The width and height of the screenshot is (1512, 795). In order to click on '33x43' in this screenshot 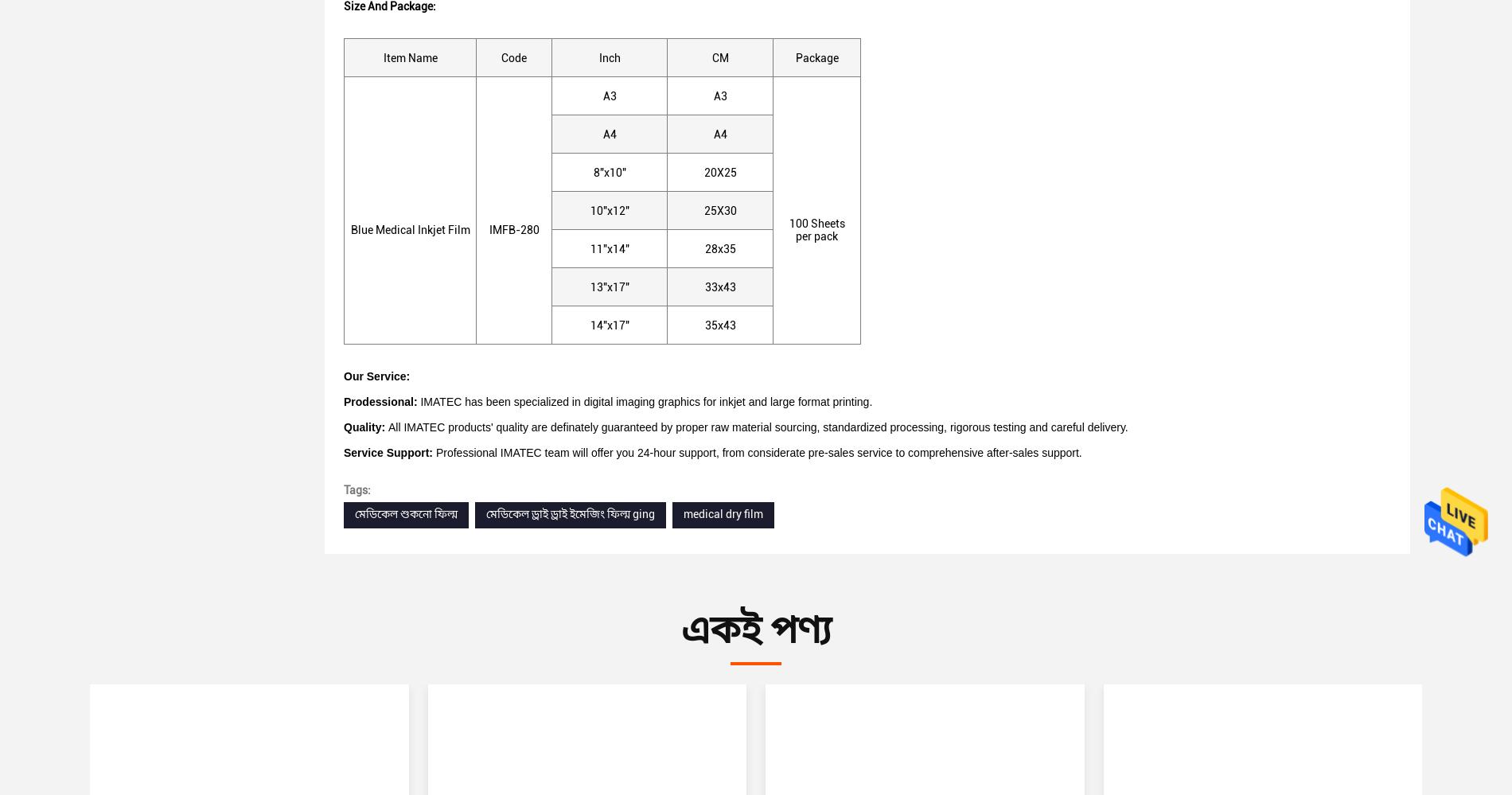, I will do `click(719, 286)`.